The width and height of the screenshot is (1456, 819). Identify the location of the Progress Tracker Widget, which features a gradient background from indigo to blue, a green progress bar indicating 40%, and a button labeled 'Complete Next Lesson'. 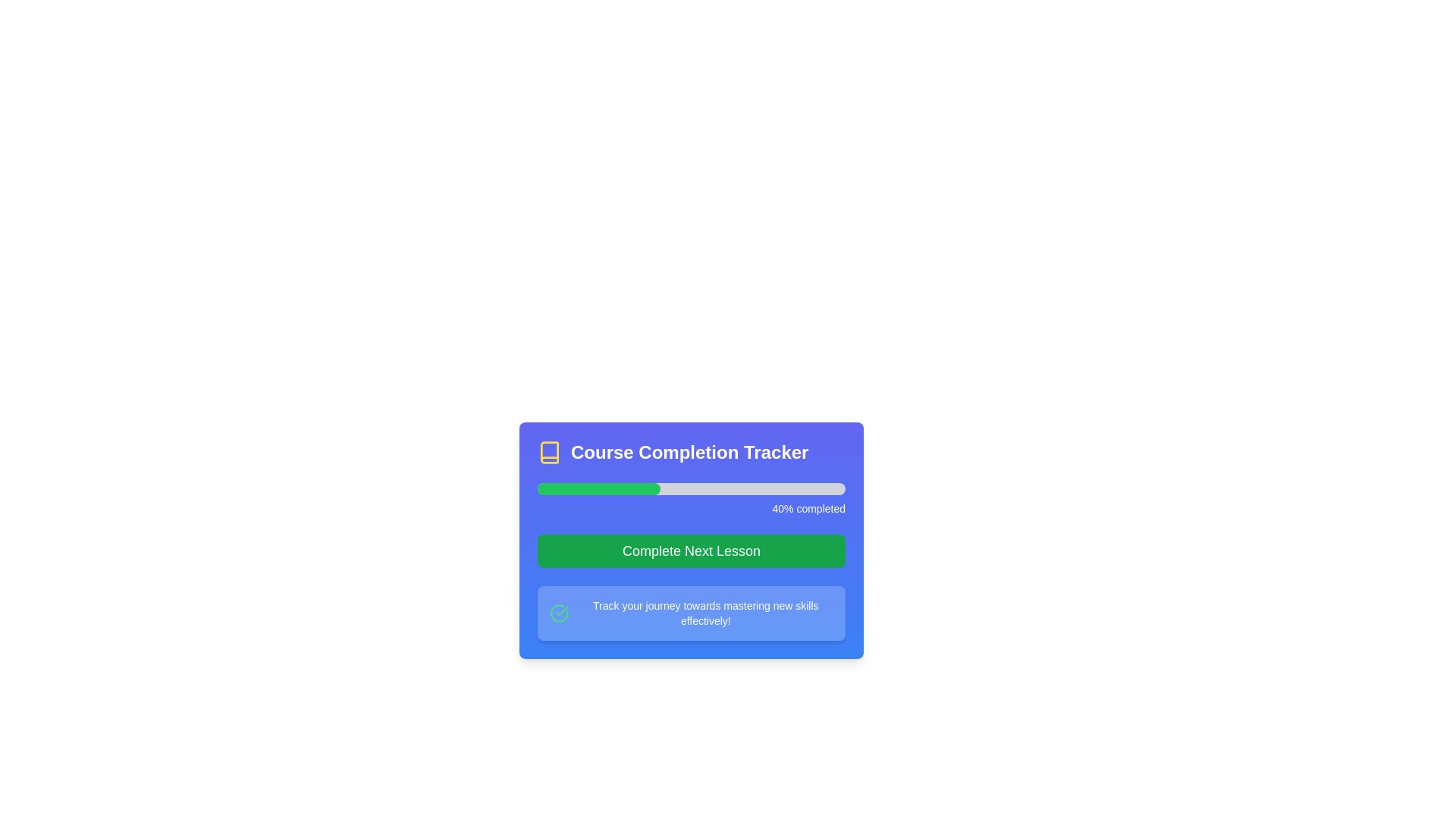
(691, 540).